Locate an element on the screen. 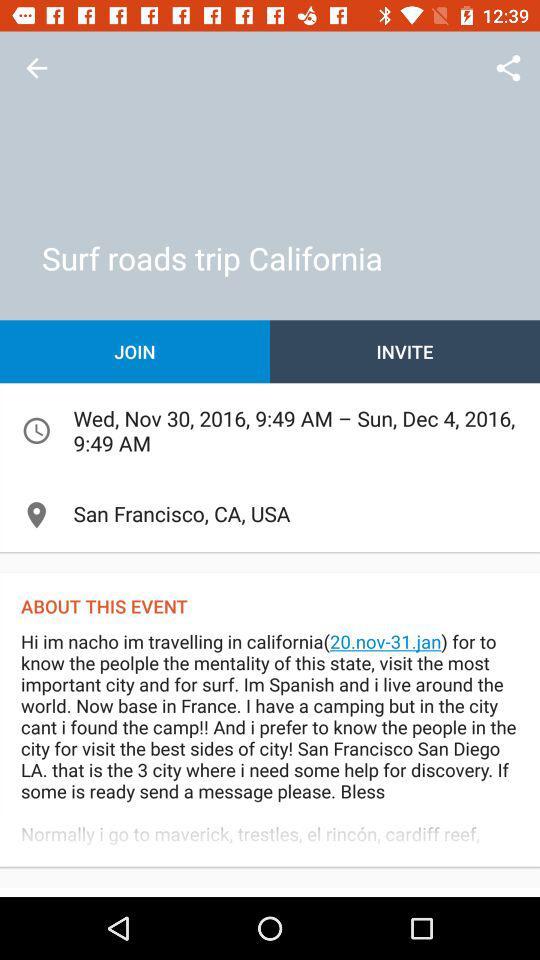 The width and height of the screenshot is (540, 960). item to the left of the invite icon is located at coordinates (135, 351).